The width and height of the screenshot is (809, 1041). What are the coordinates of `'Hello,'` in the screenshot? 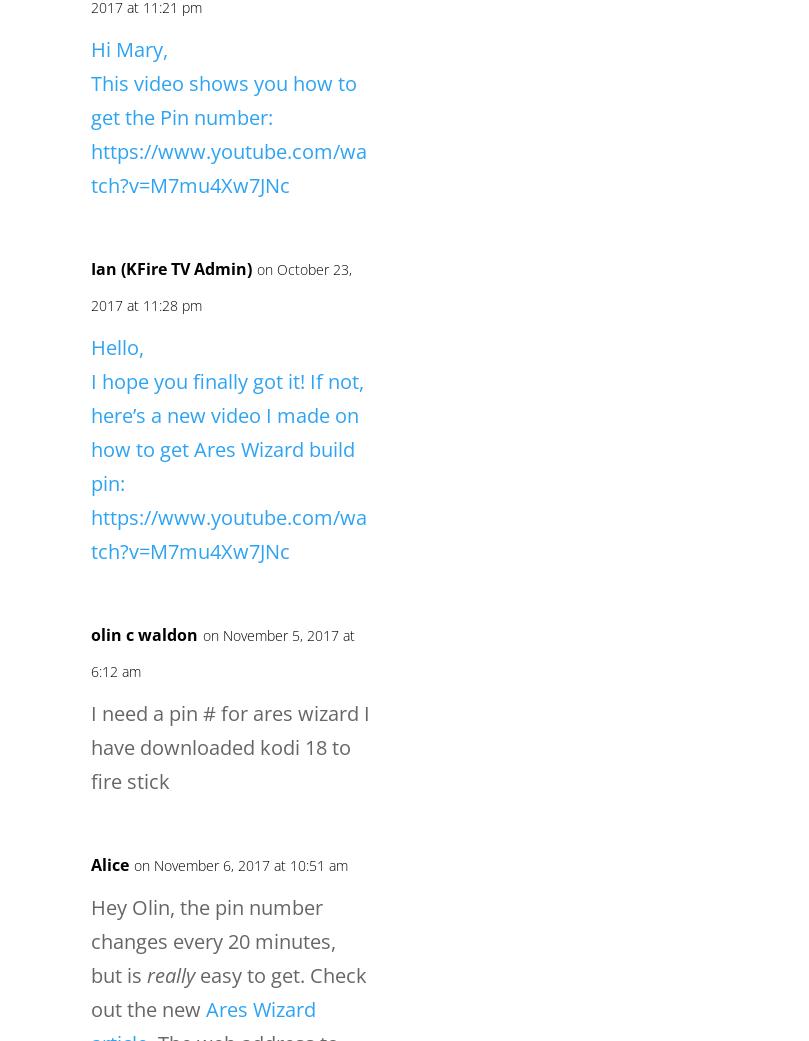 It's located at (91, 347).